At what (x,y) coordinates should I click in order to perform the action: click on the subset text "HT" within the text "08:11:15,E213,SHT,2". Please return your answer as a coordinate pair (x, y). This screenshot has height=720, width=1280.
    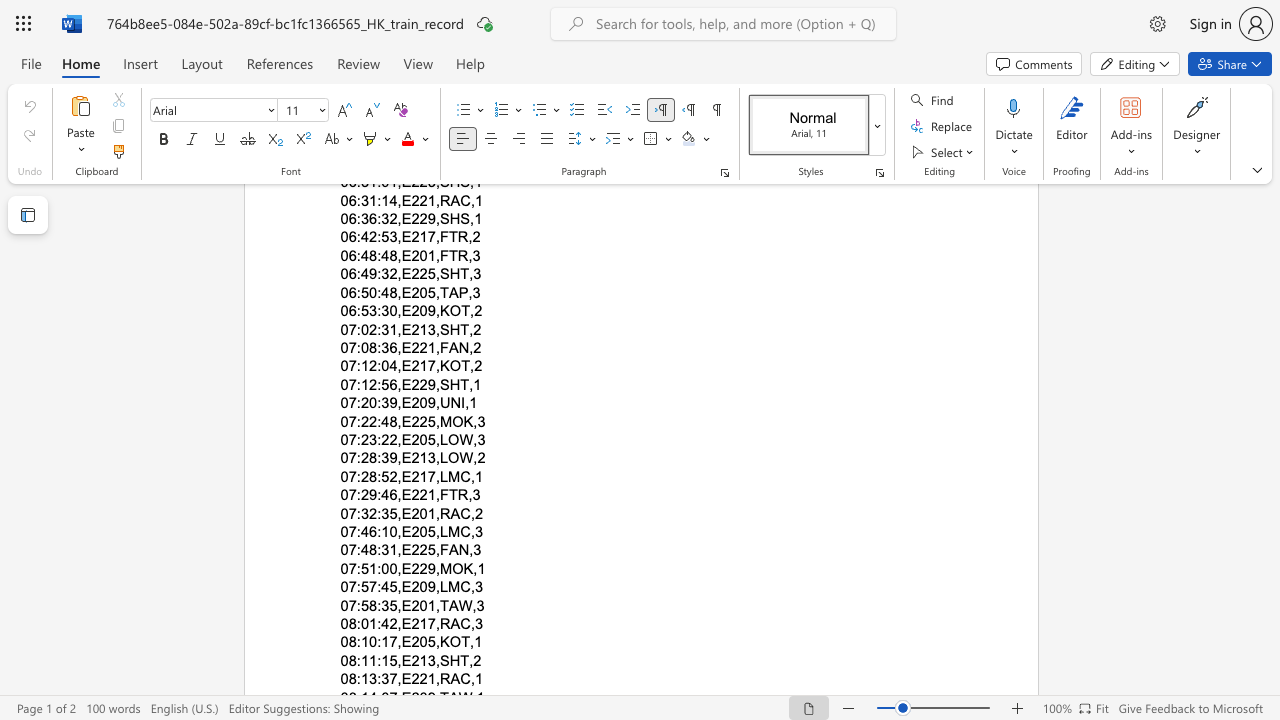
    Looking at the image, I should click on (448, 660).